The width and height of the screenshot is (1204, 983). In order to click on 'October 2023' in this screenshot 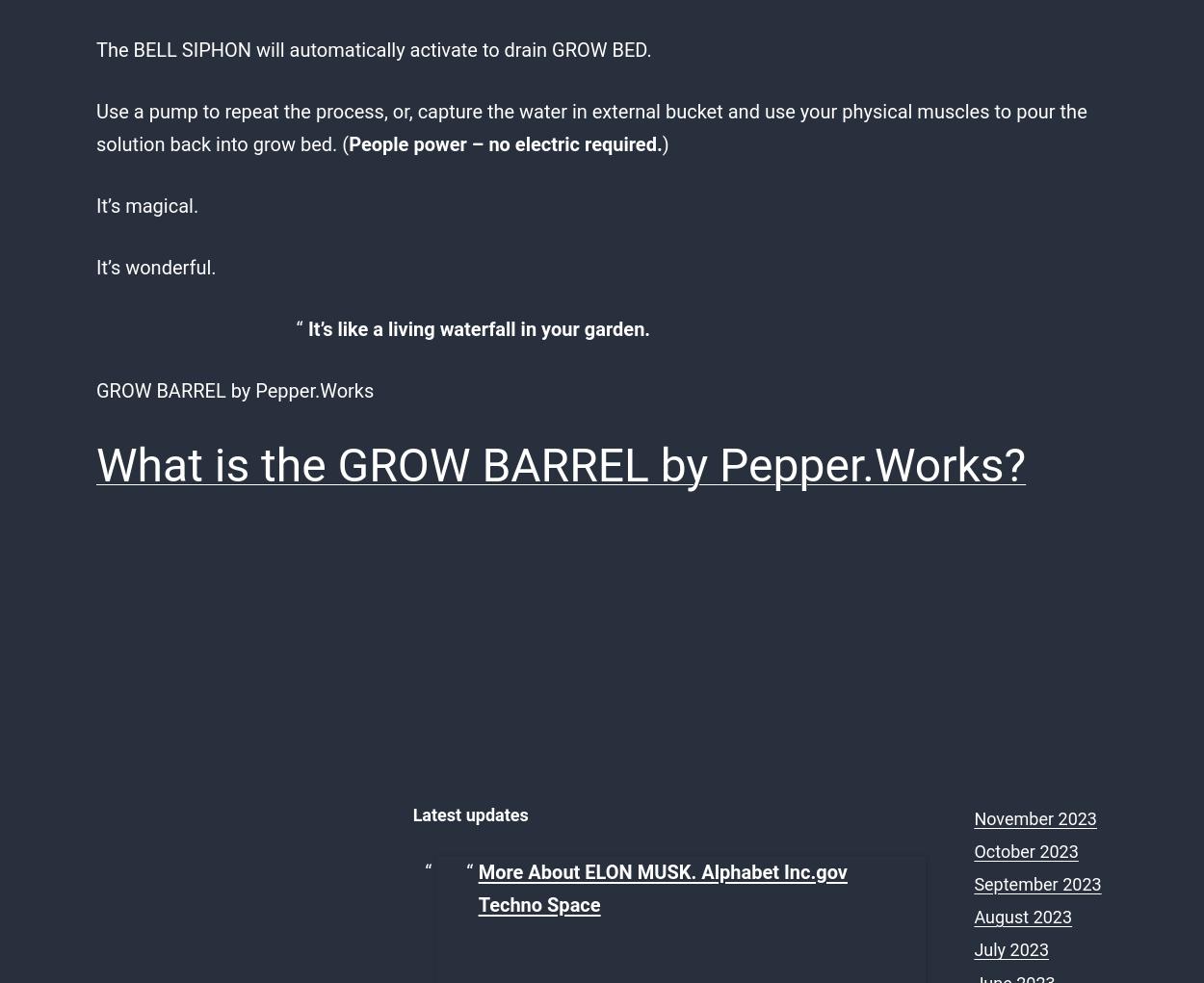, I will do `click(1025, 849)`.